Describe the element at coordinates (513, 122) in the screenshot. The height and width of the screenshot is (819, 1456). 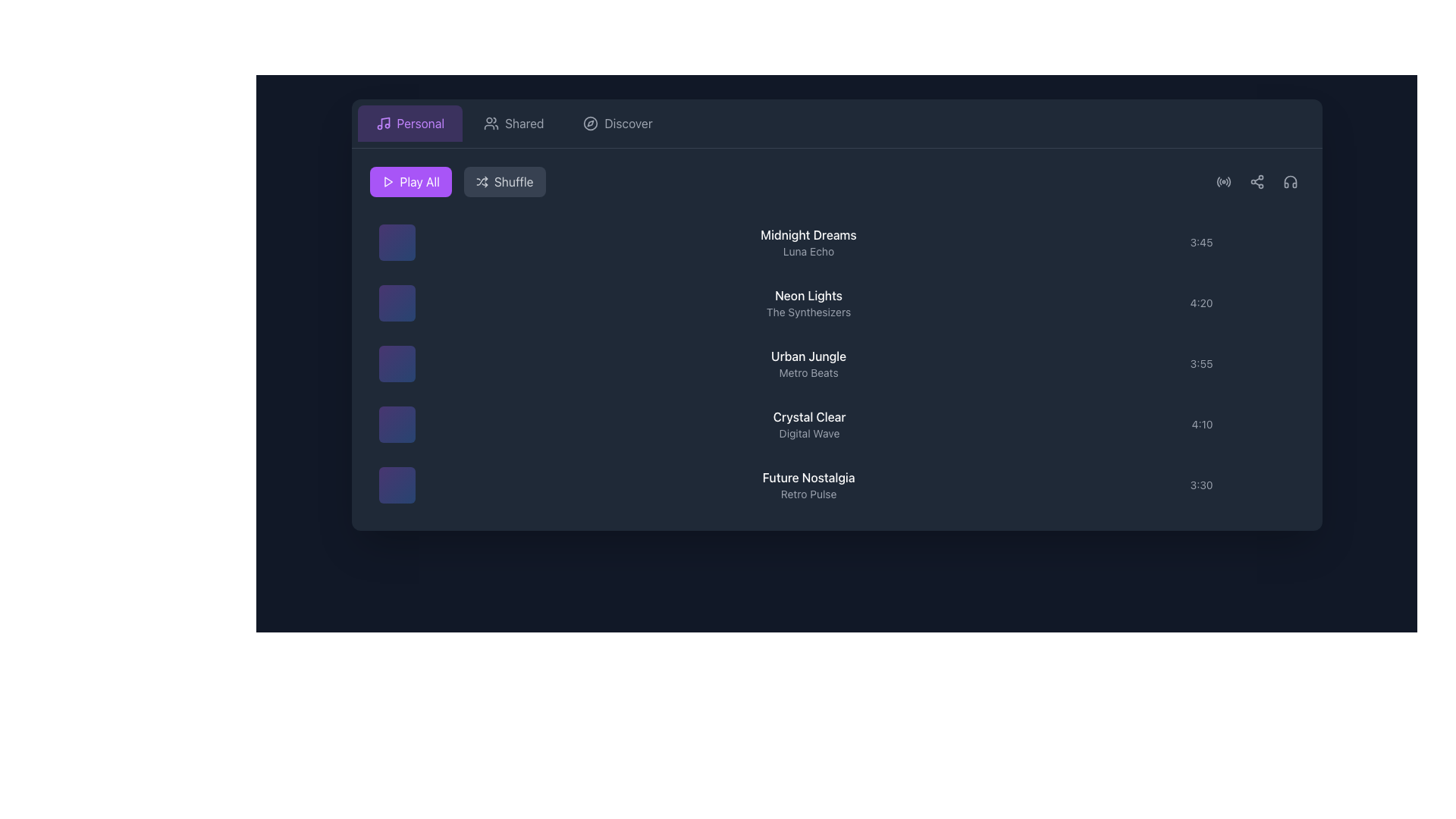
I see `the 'Shared' button, which is the second button in a row of three, positioned between the 'Personal' and 'Discover' buttons` at that location.